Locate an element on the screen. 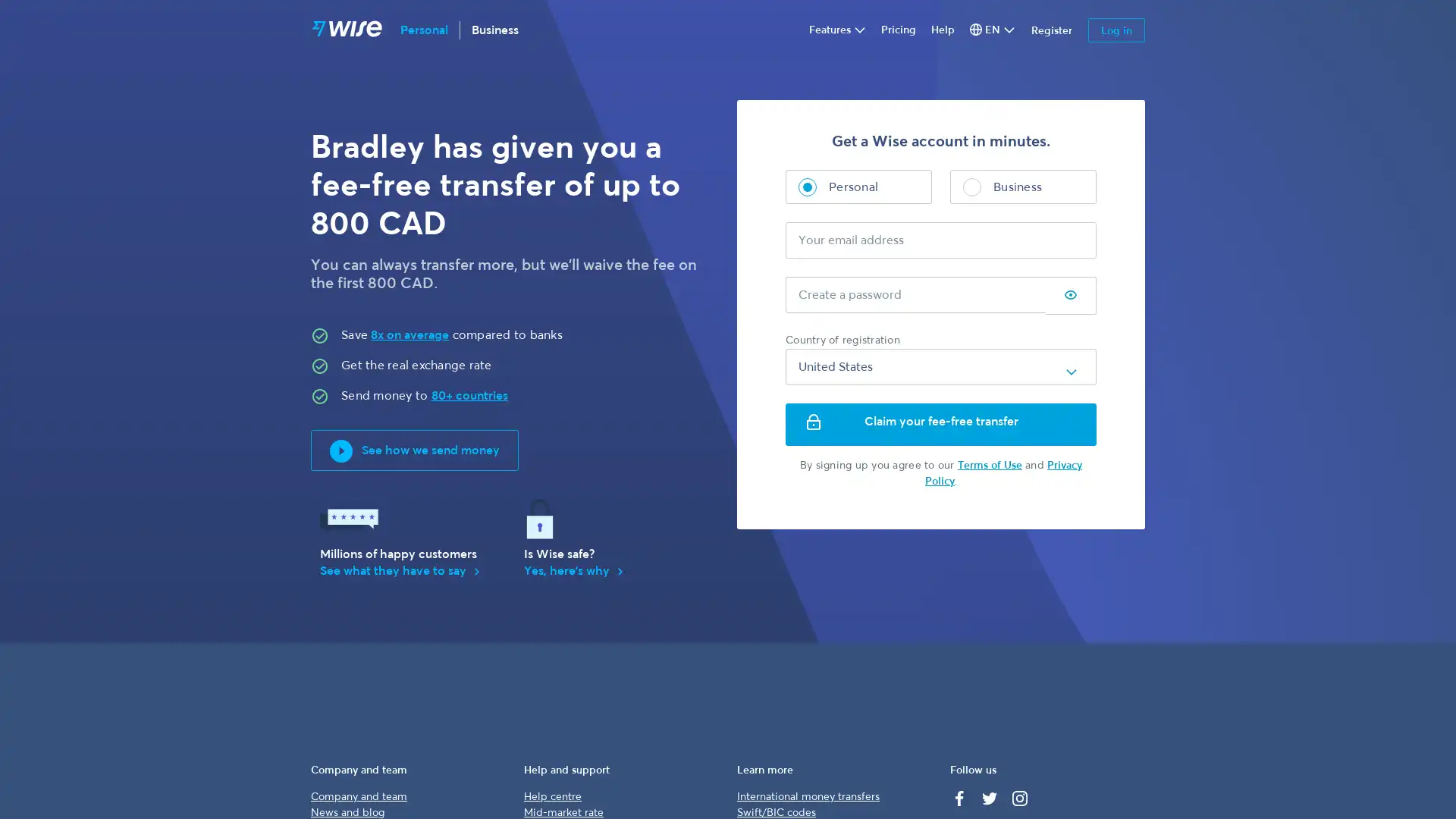 Image resolution: width=1456 pixels, height=819 pixels. See how we send money is located at coordinates (415, 450).